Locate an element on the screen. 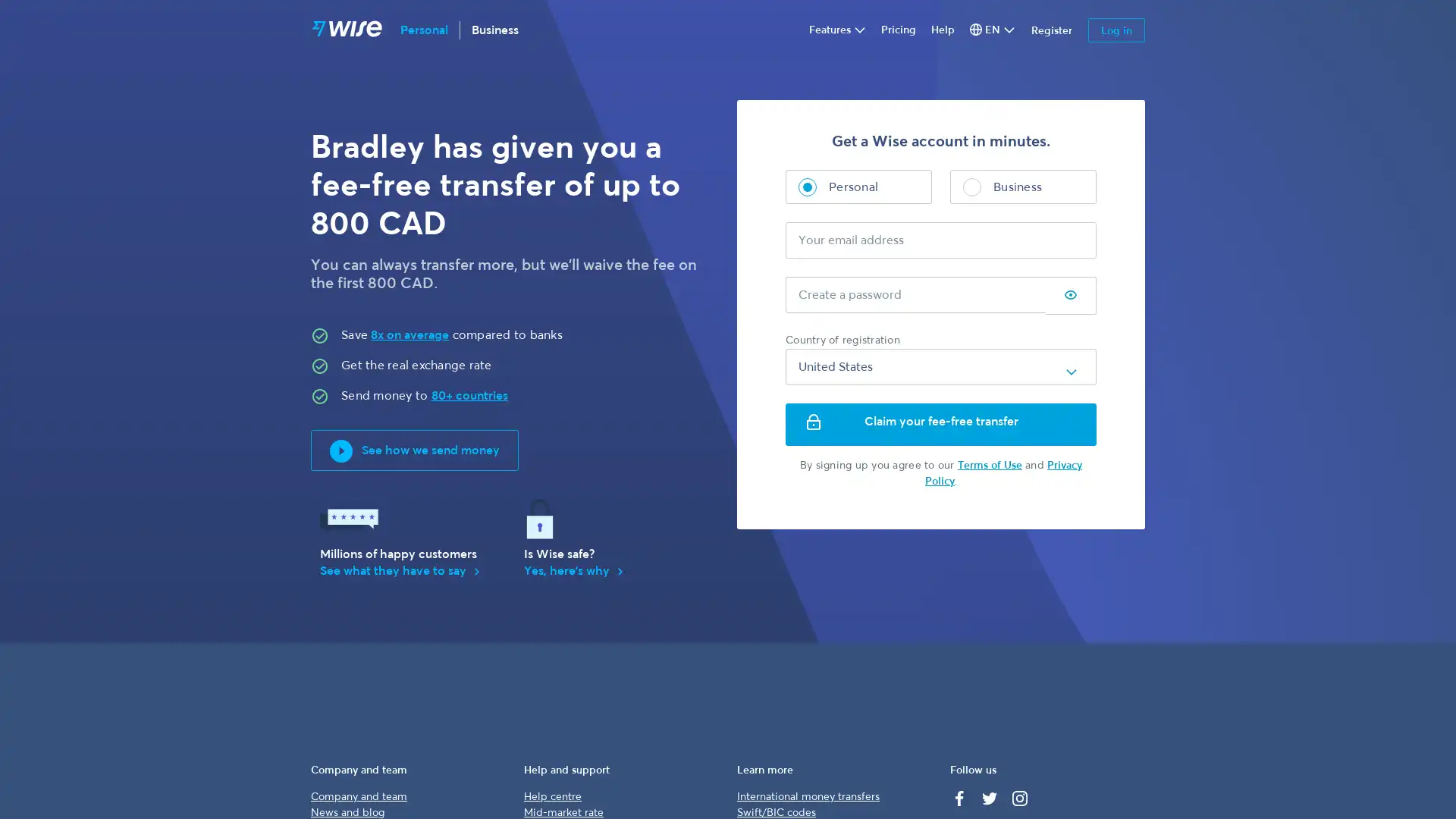 Image resolution: width=1456 pixels, height=819 pixels. See how we send money is located at coordinates (415, 450).